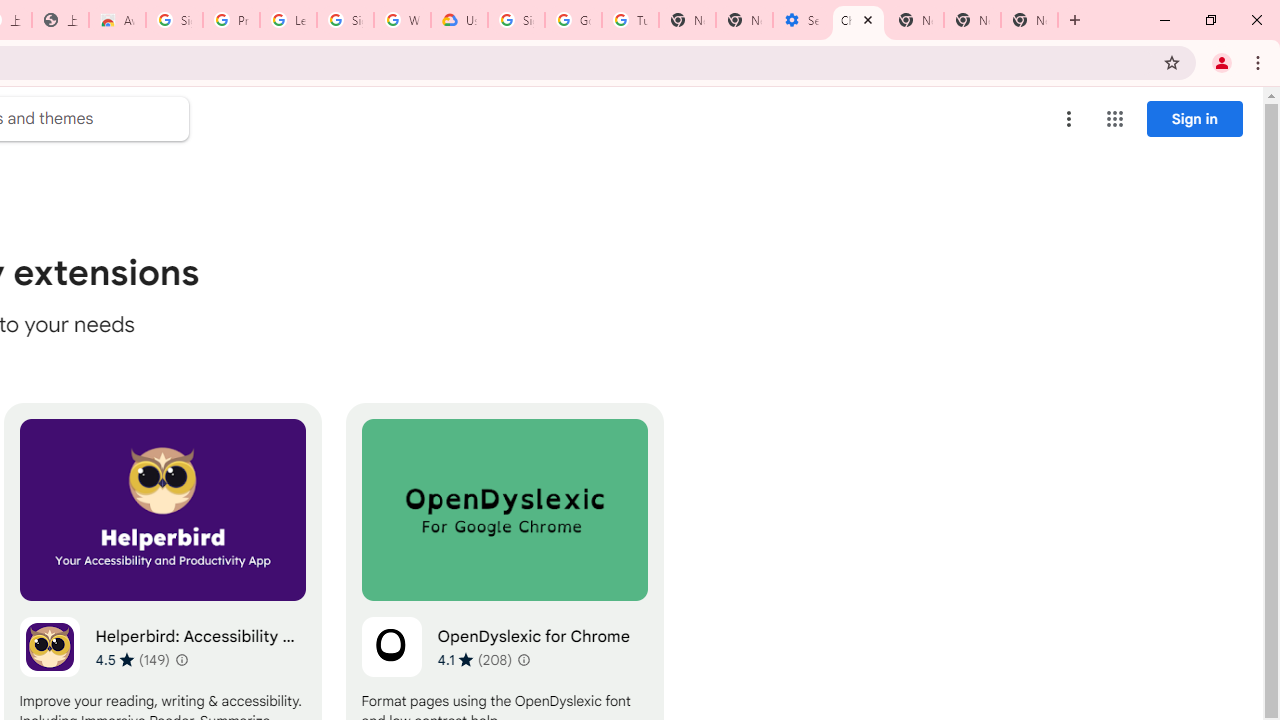 The image size is (1280, 720). Describe the element at coordinates (345, 20) in the screenshot. I see `'Sign in - Google Accounts'` at that location.